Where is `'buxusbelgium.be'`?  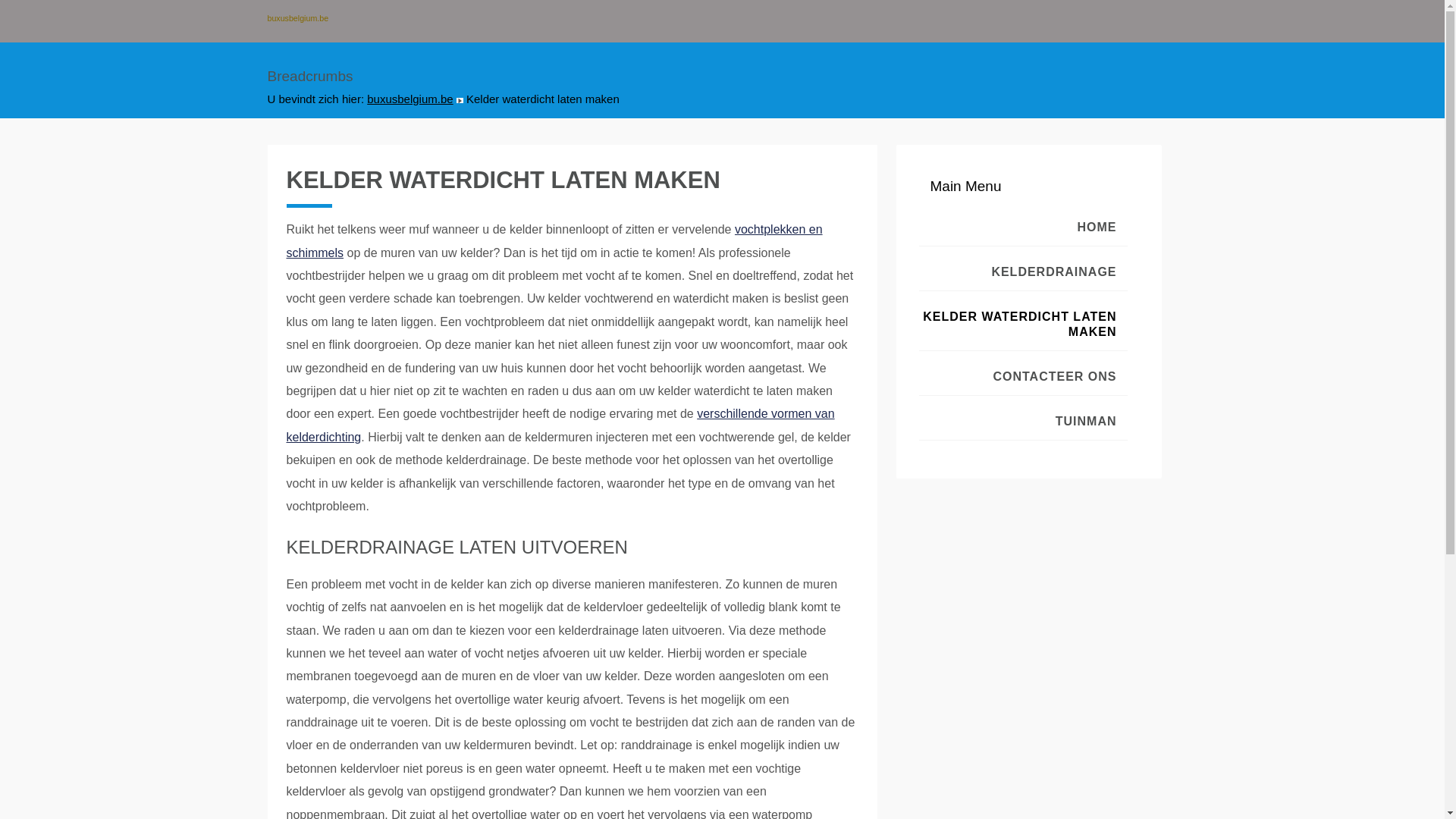 'buxusbelgium.be' is located at coordinates (306, 18).